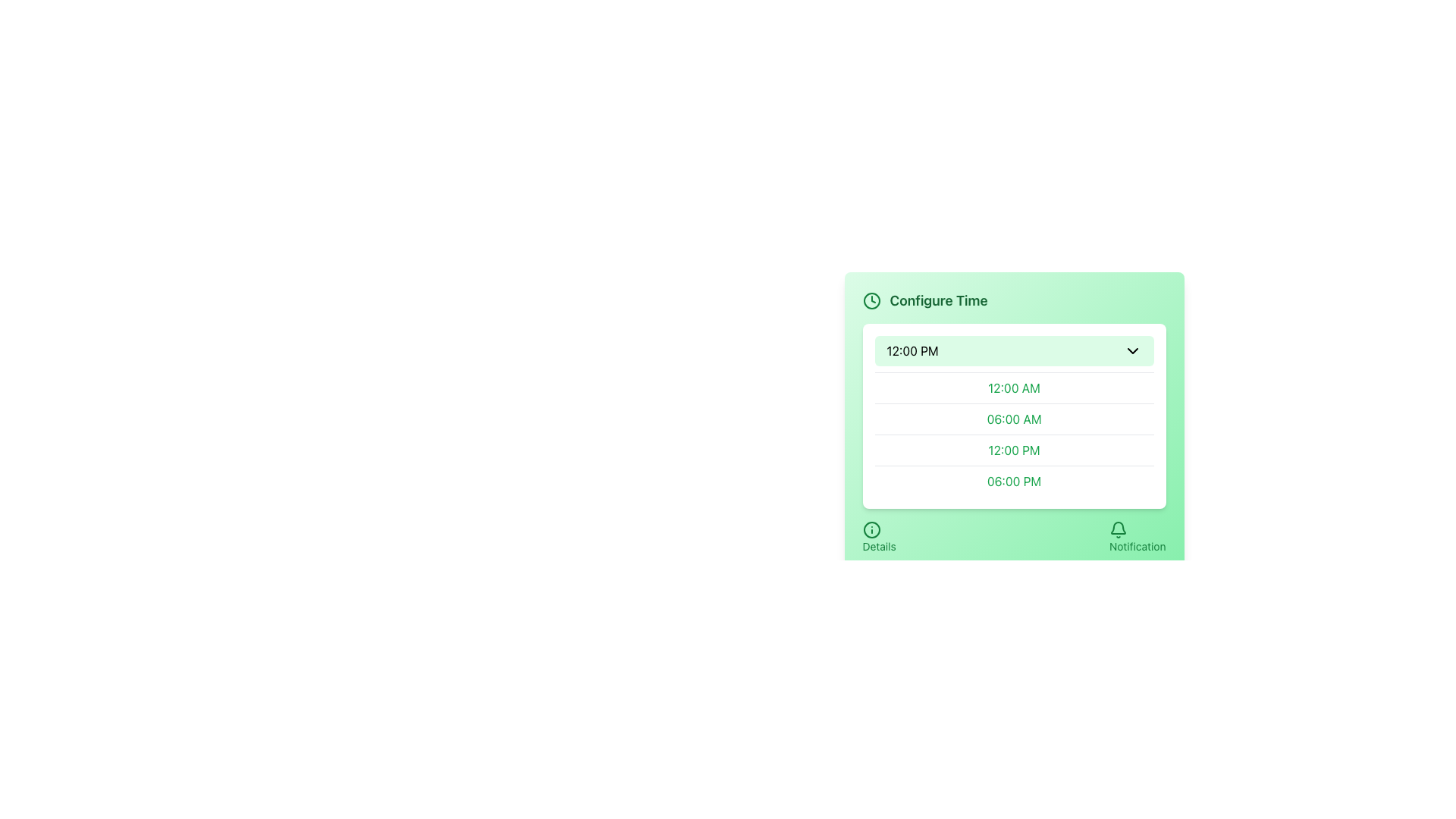 The width and height of the screenshot is (1456, 819). I want to click on the selectable list item displaying '12:00 PM' in green font color, located in the third row of the dropdown menu, to interact with it, so click(1014, 449).